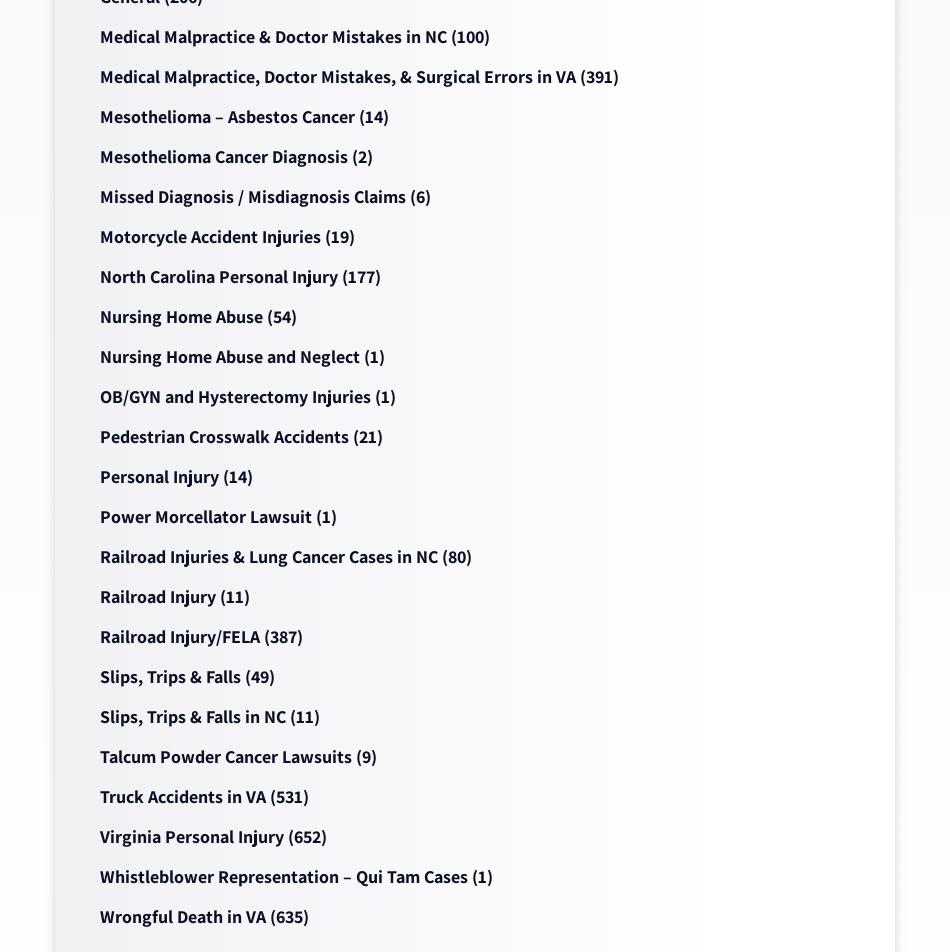  I want to click on '(531)', so click(286, 796).